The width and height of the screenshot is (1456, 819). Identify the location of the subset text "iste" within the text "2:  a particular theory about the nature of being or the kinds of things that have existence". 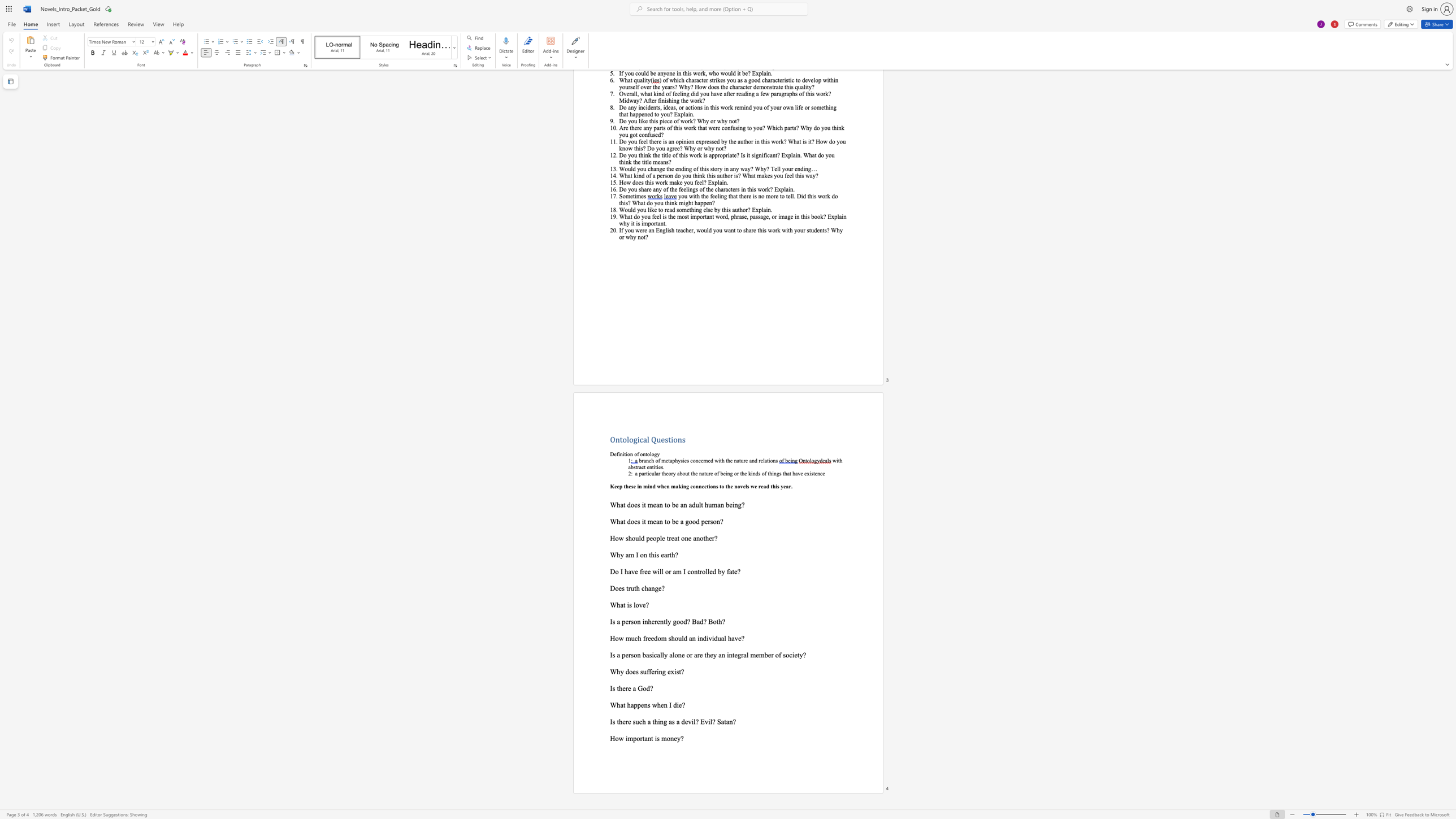
(809, 473).